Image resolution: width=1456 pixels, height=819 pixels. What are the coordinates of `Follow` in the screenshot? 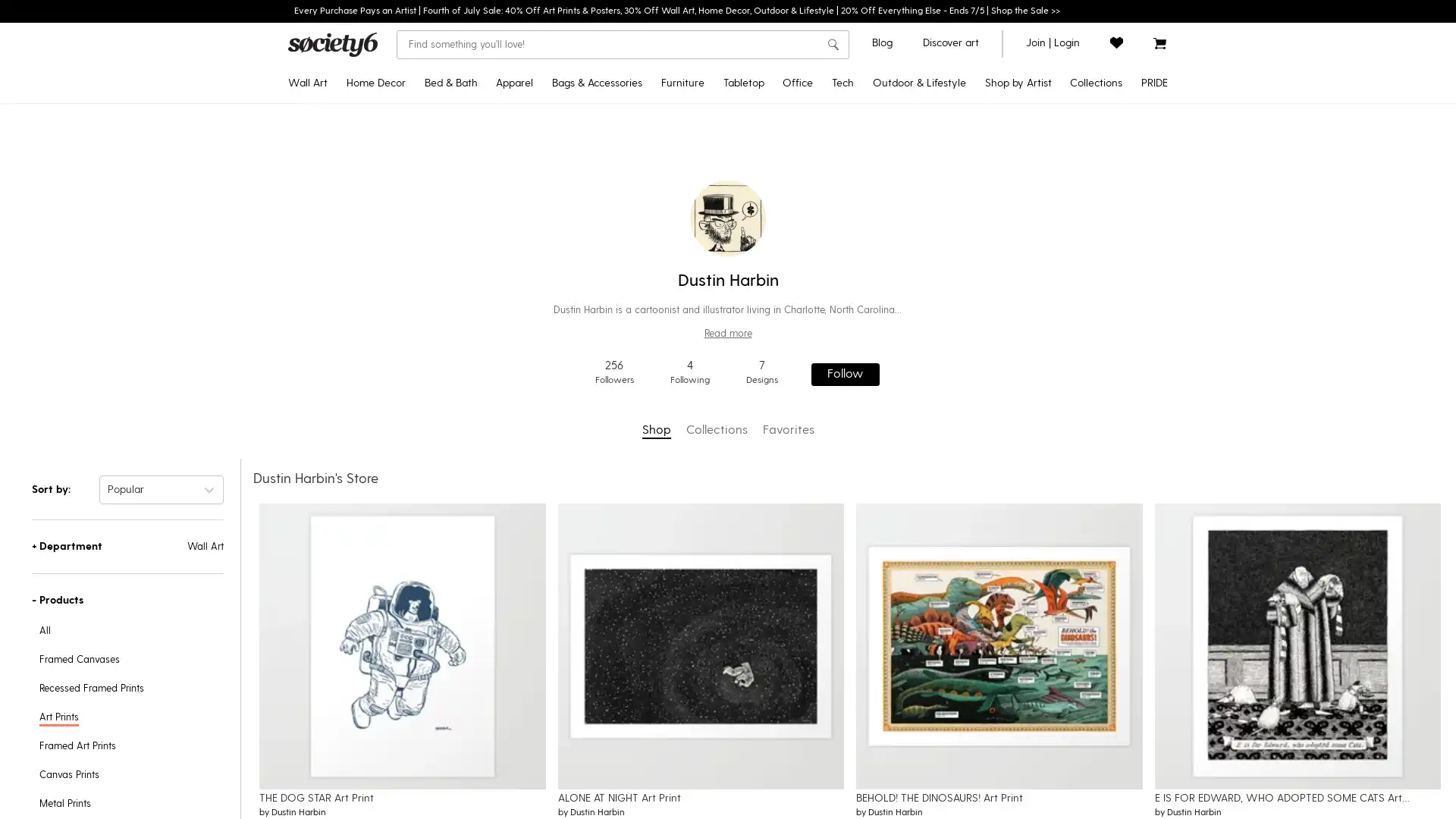 It's located at (843, 374).